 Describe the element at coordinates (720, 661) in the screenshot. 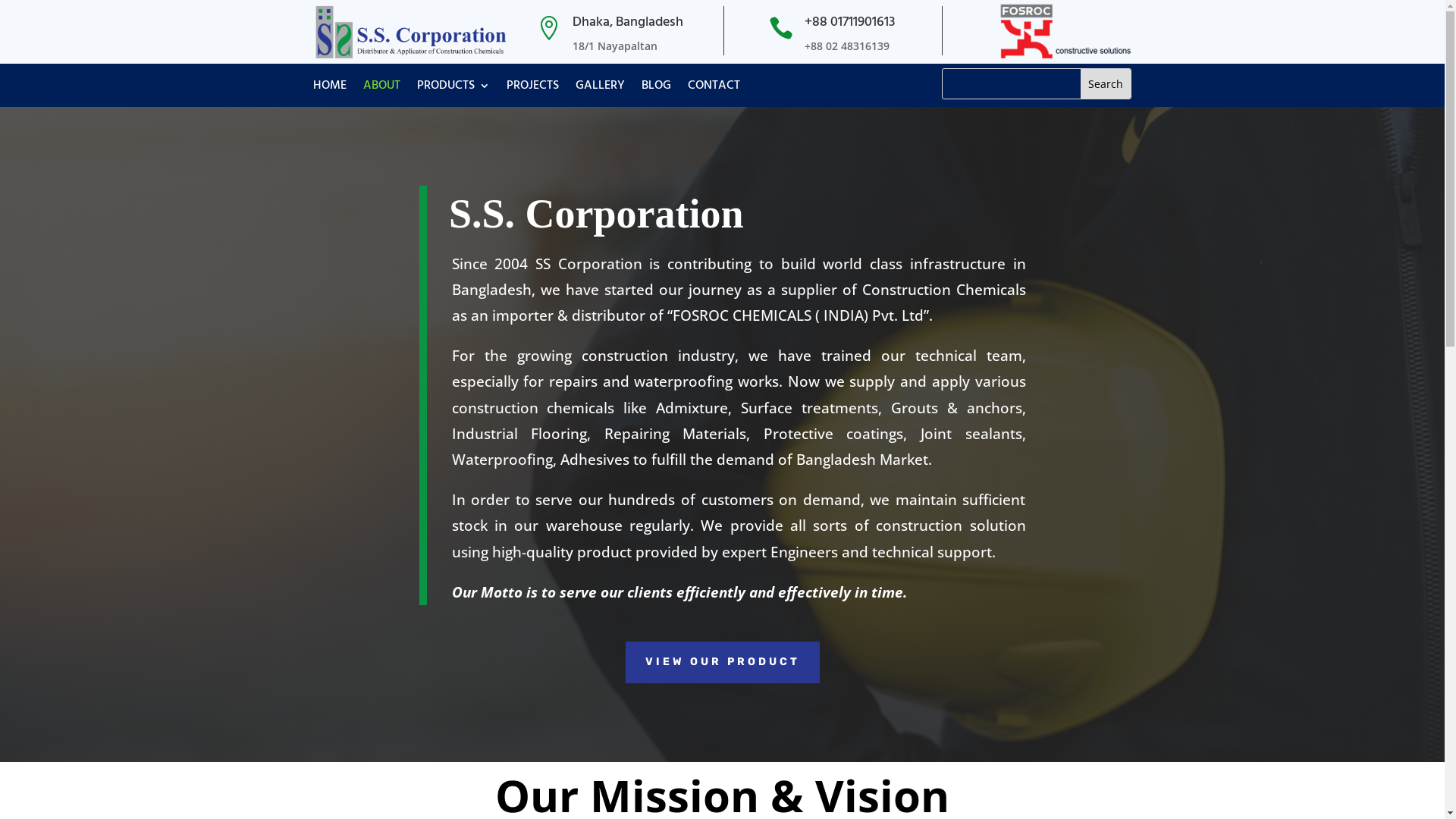

I see `'VIEW OUR PRODUCT'` at that location.